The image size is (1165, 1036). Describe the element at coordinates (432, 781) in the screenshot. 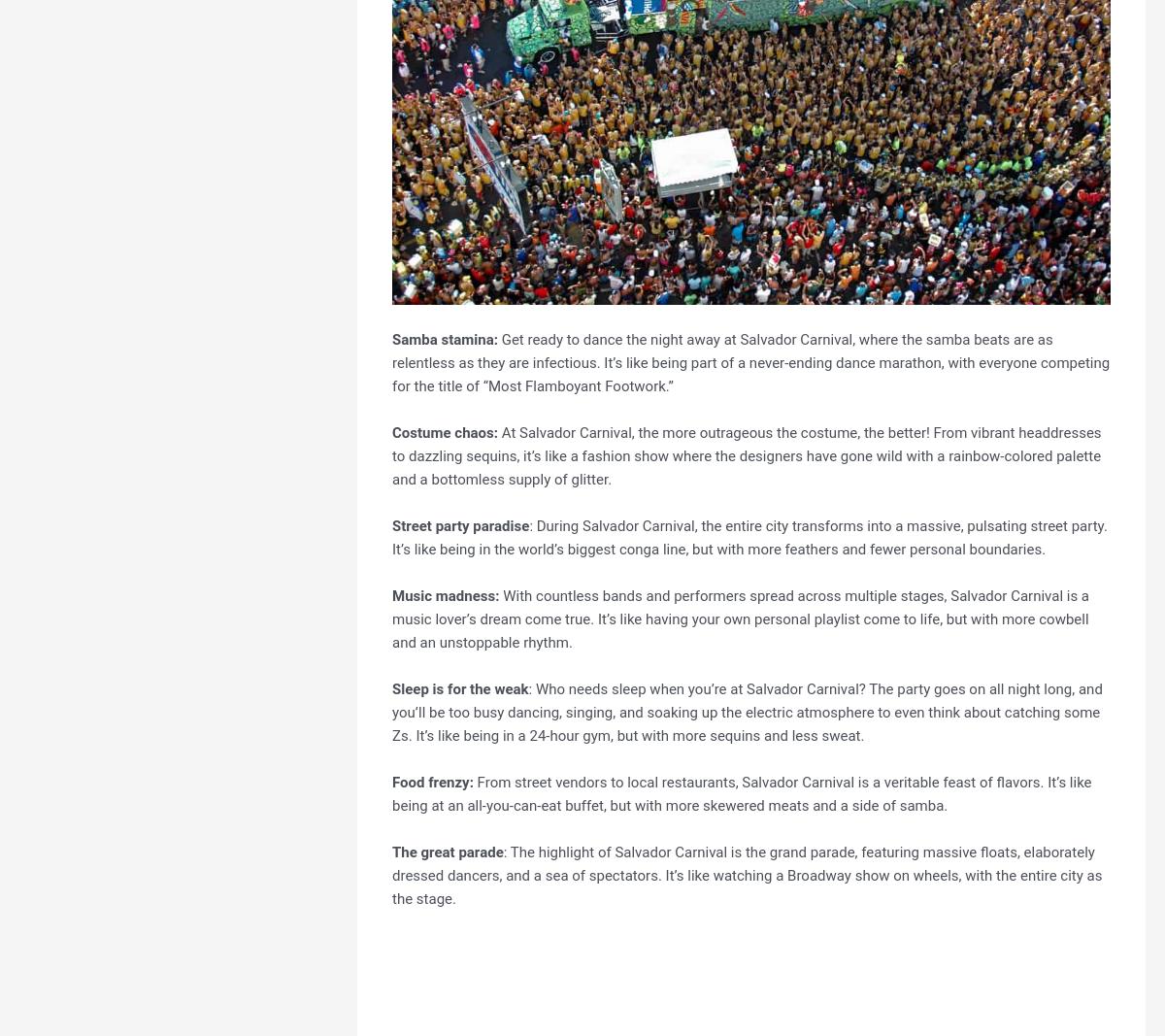

I see `'Food frenzy:'` at that location.